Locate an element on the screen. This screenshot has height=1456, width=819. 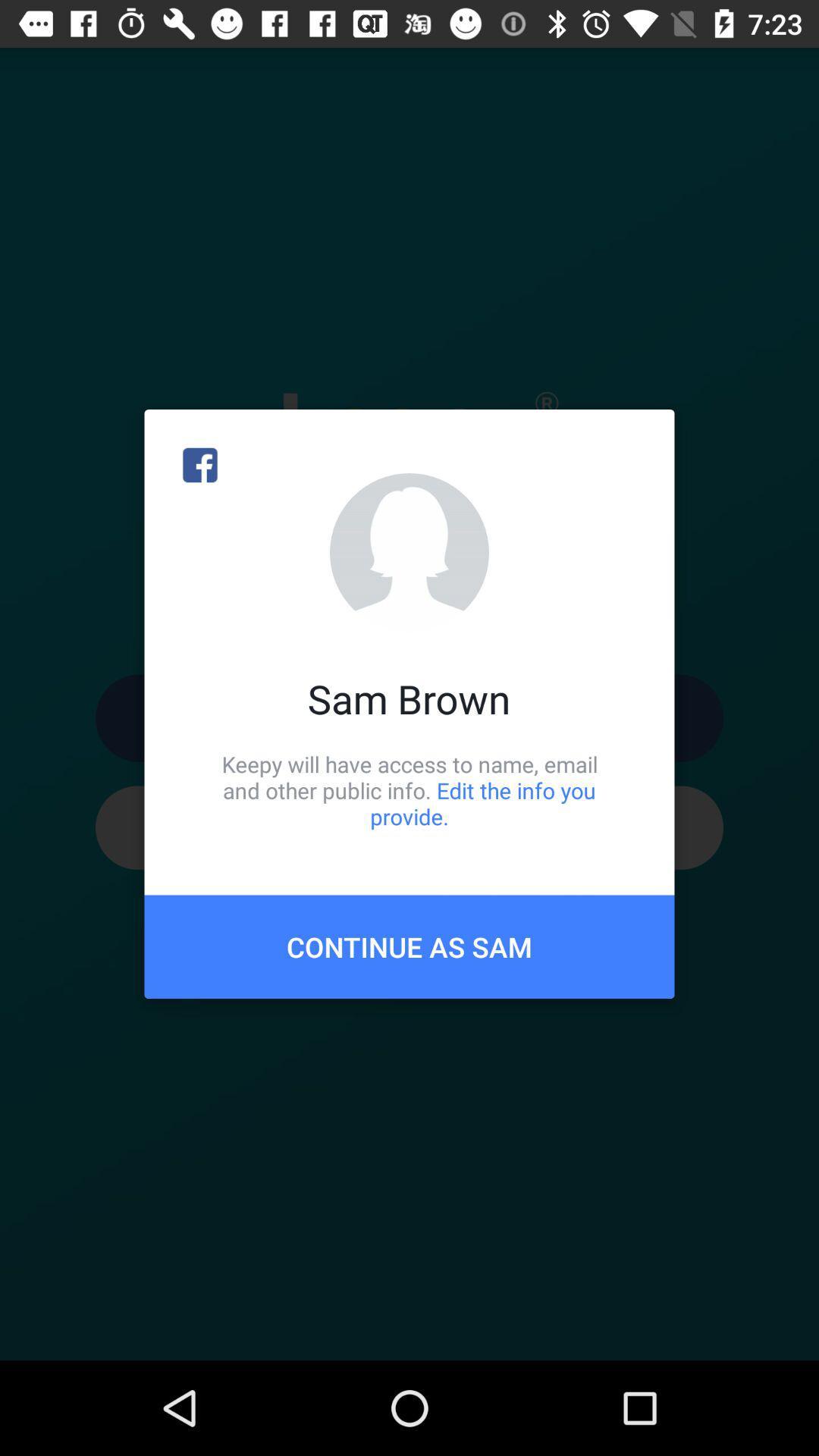
the continue as sam icon is located at coordinates (409, 946).